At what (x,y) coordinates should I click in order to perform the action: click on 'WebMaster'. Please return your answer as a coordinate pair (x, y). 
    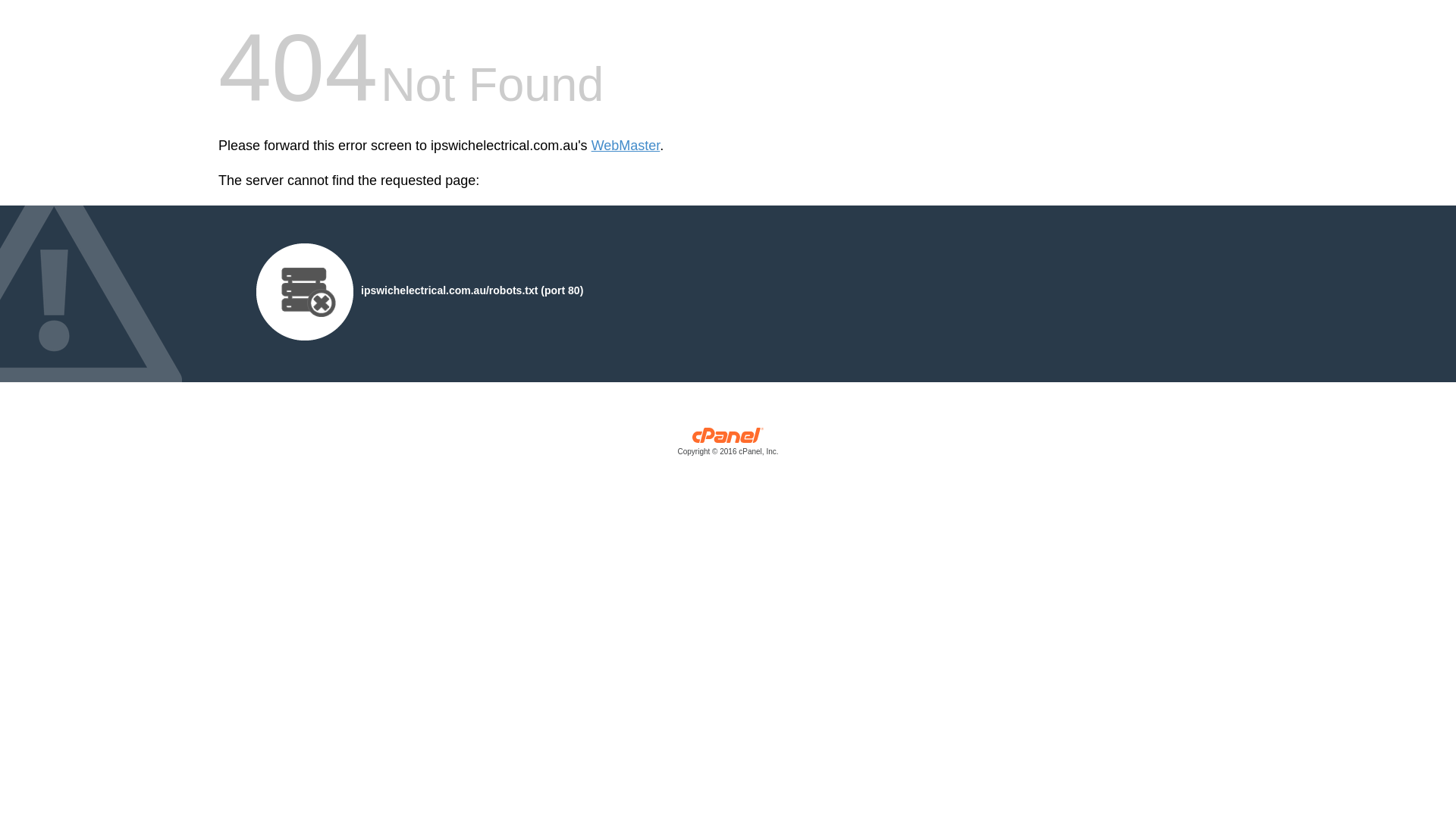
    Looking at the image, I should click on (590, 146).